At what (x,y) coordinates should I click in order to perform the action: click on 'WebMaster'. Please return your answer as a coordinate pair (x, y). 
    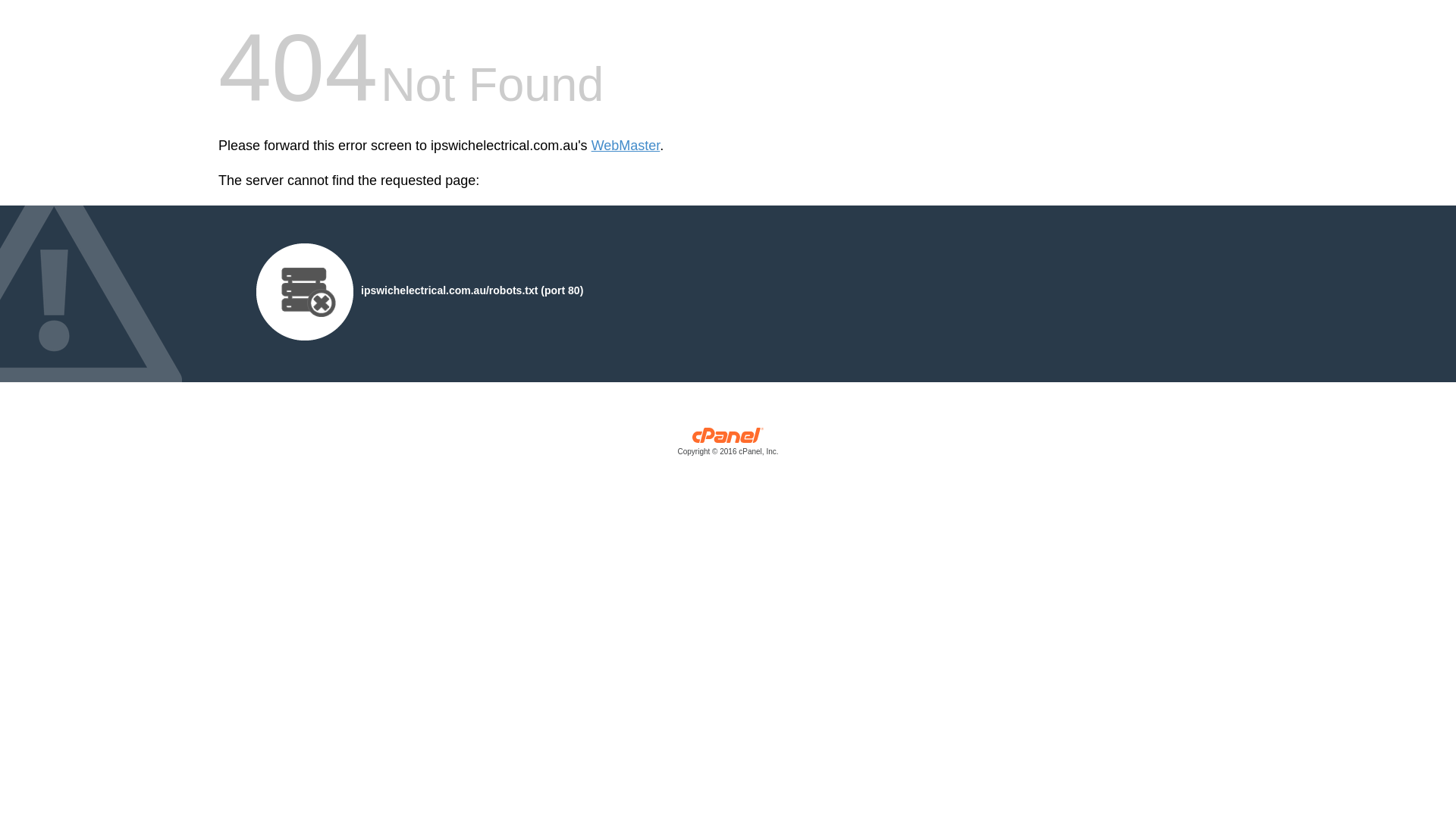
    Looking at the image, I should click on (590, 146).